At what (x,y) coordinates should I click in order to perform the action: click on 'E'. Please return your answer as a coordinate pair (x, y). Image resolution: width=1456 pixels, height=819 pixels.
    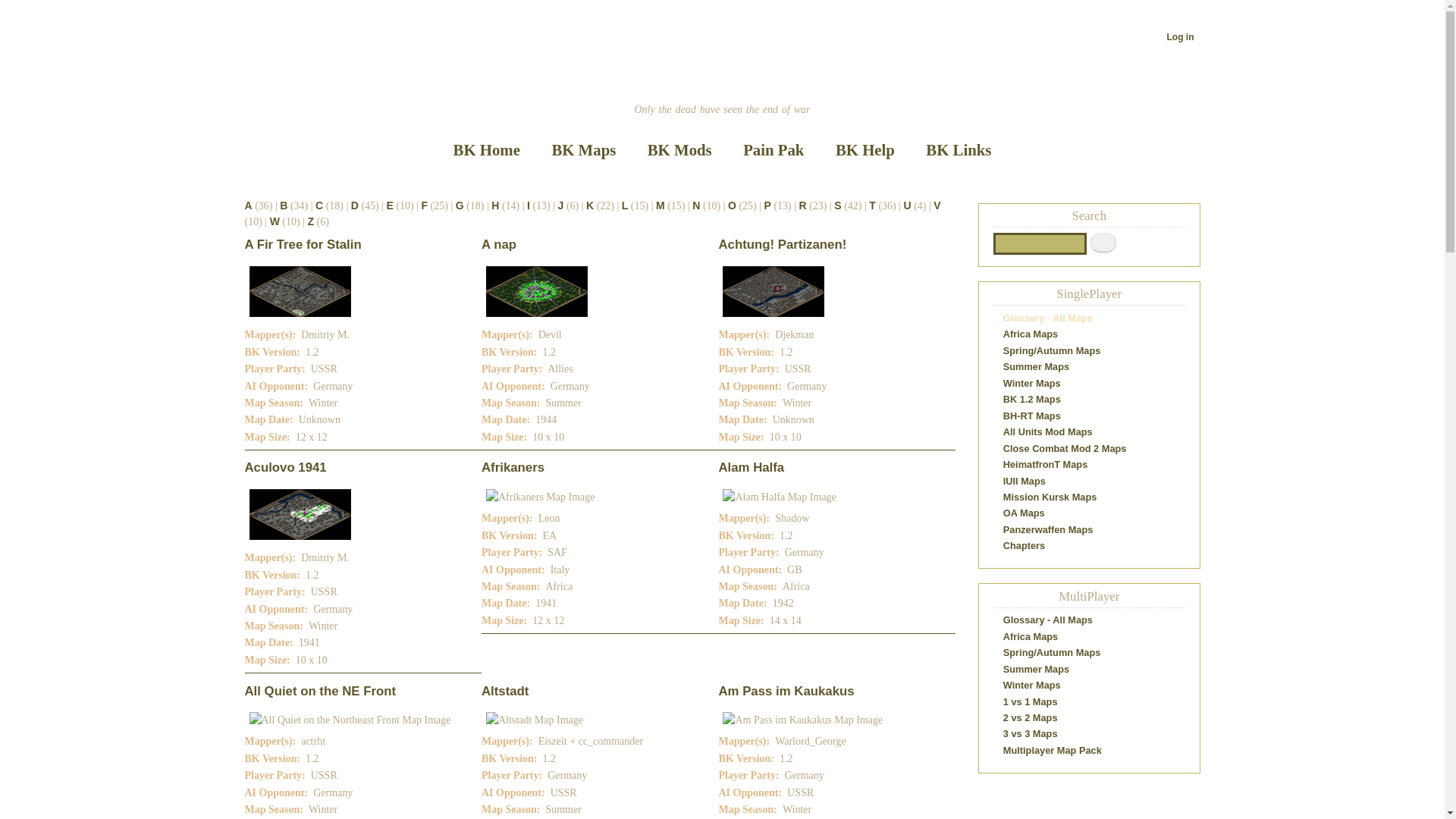
    Looking at the image, I should click on (390, 205).